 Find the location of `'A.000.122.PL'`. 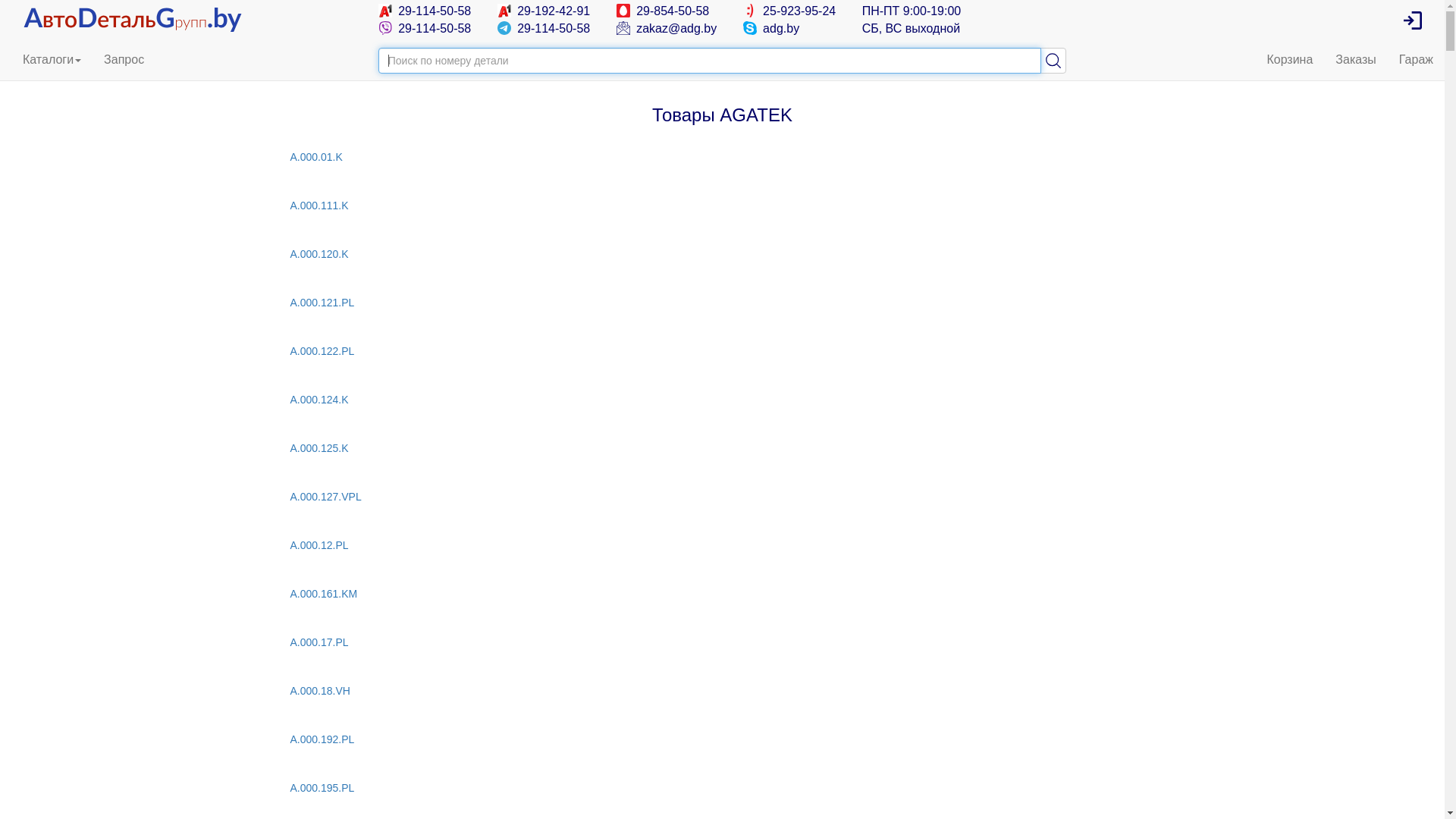

'A.000.122.PL' is located at coordinates (720, 350).